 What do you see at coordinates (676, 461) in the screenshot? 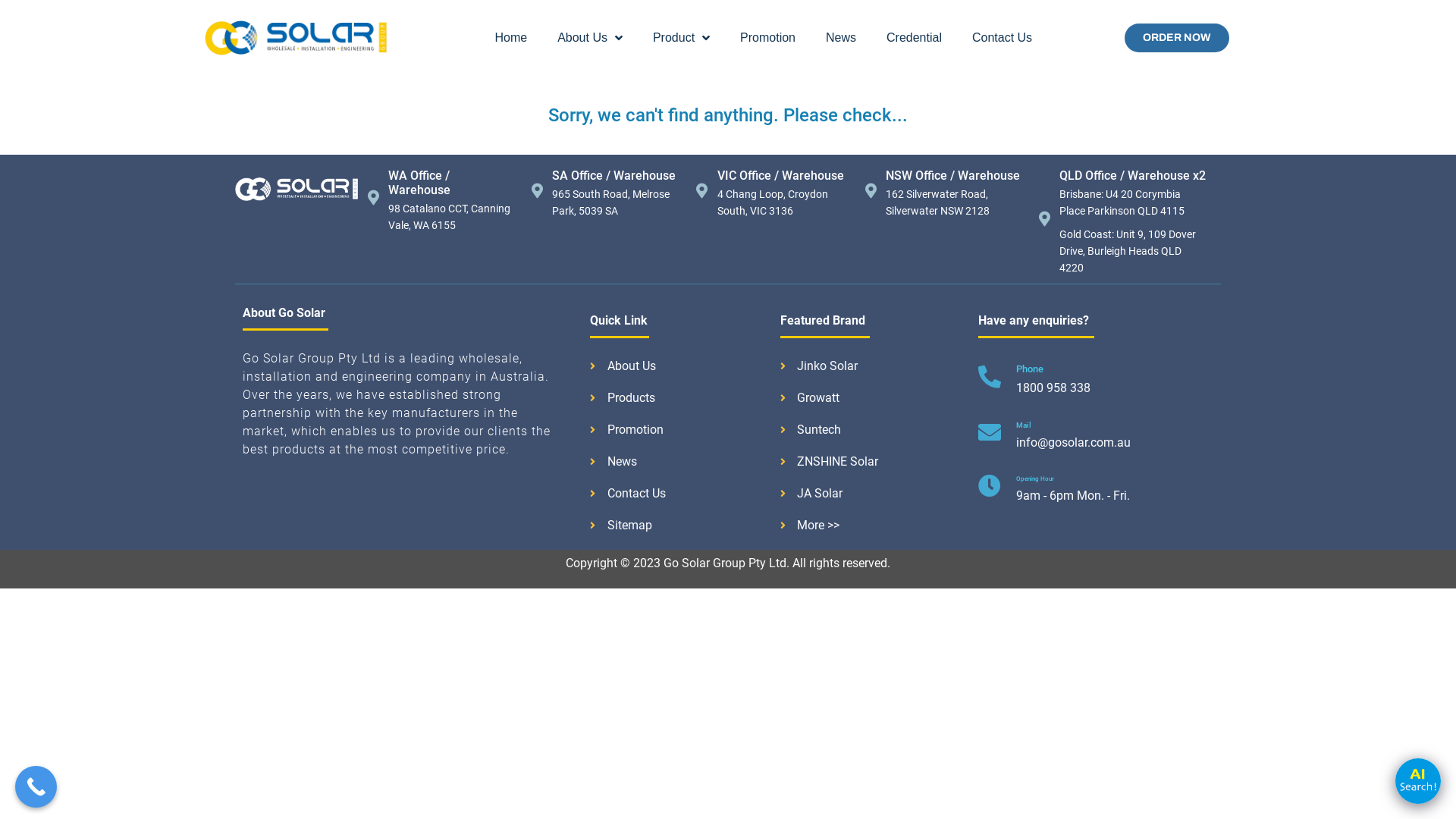
I see `'News'` at bounding box center [676, 461].